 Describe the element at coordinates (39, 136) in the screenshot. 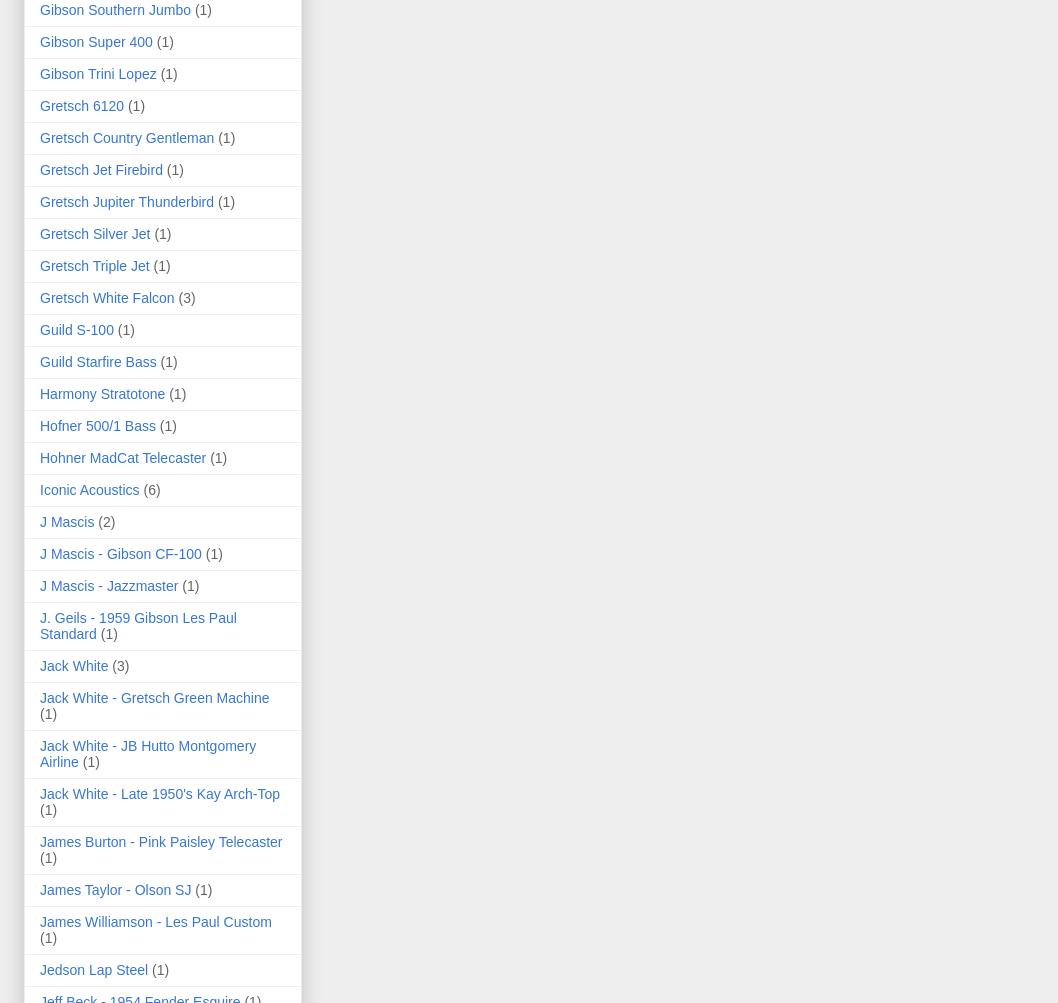

I see `'Gretsch Country Gentleman'` at that location.